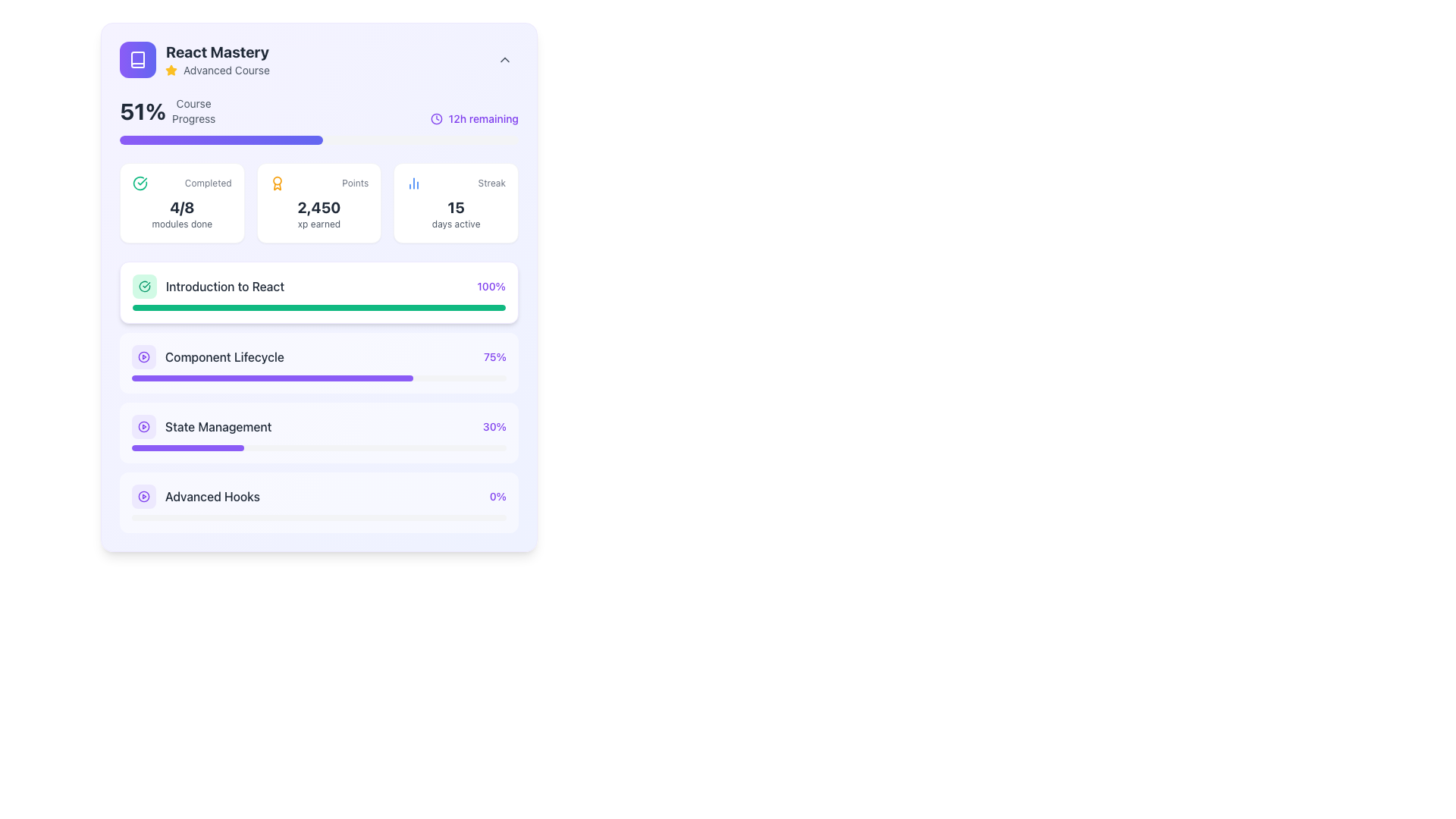  What do you see at coordinates (212, 497) in the screenshot?
I see `the last text label representing a module in the course curriculum, located just below 'State Management' in the fourth row of the list` at bounding box center [212, 497].